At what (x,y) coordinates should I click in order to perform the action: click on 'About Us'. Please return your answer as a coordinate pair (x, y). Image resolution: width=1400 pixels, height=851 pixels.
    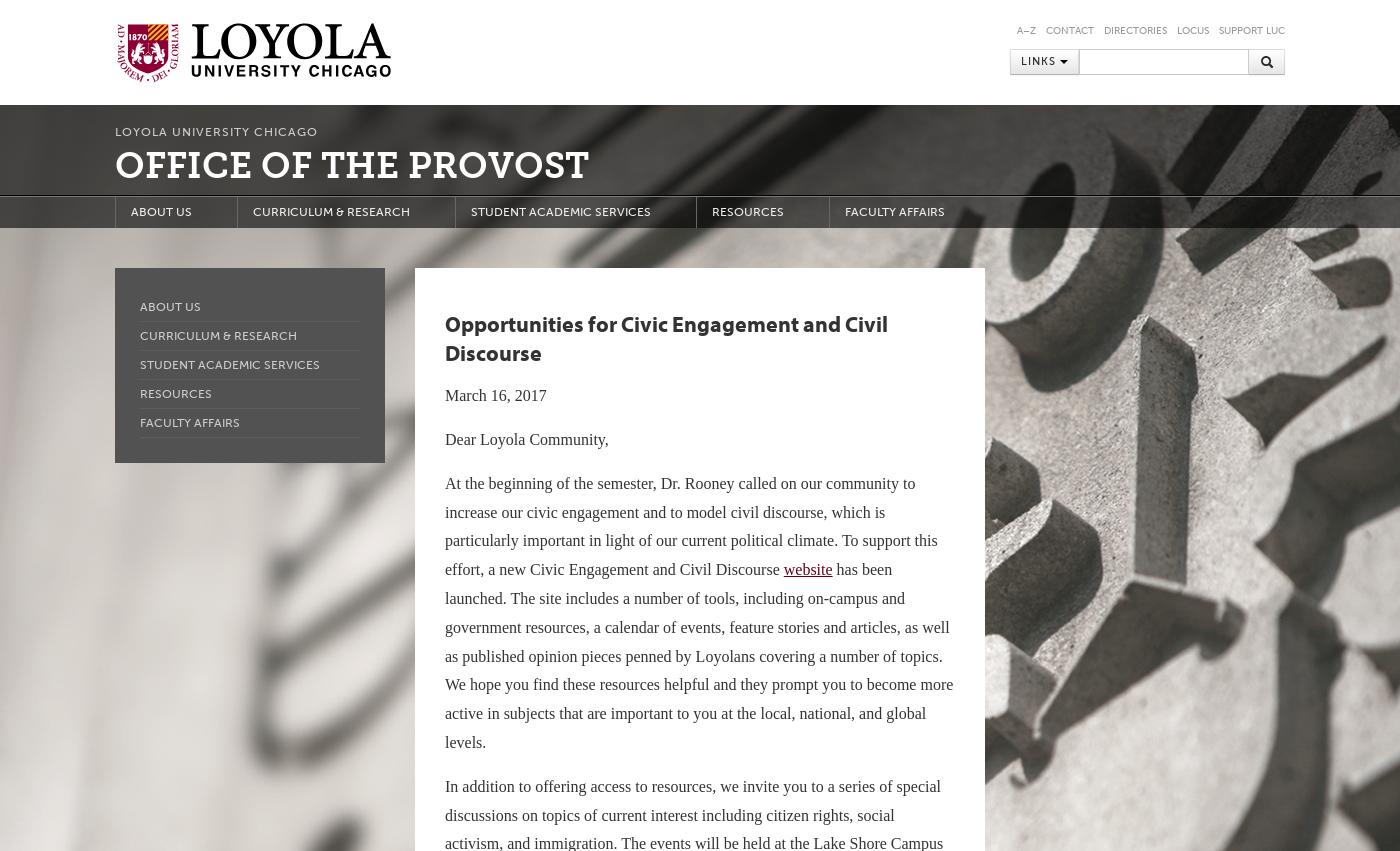
    Looking at the image, I should click on (170, 307).